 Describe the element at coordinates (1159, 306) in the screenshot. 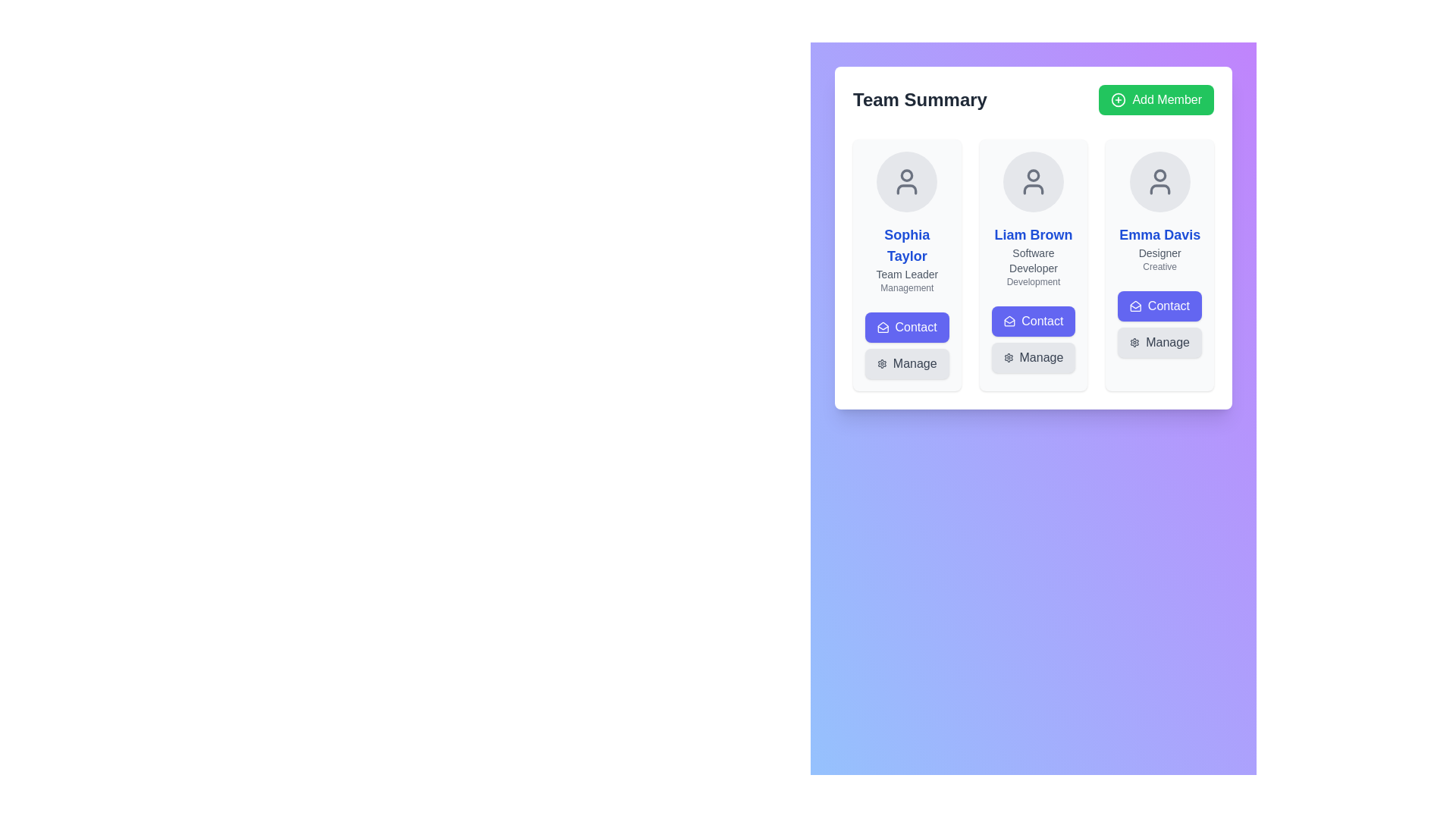

I see `the 'Contact' button with a purple background and white text for 'Emma Davis' to observe the hover effect` at that location.